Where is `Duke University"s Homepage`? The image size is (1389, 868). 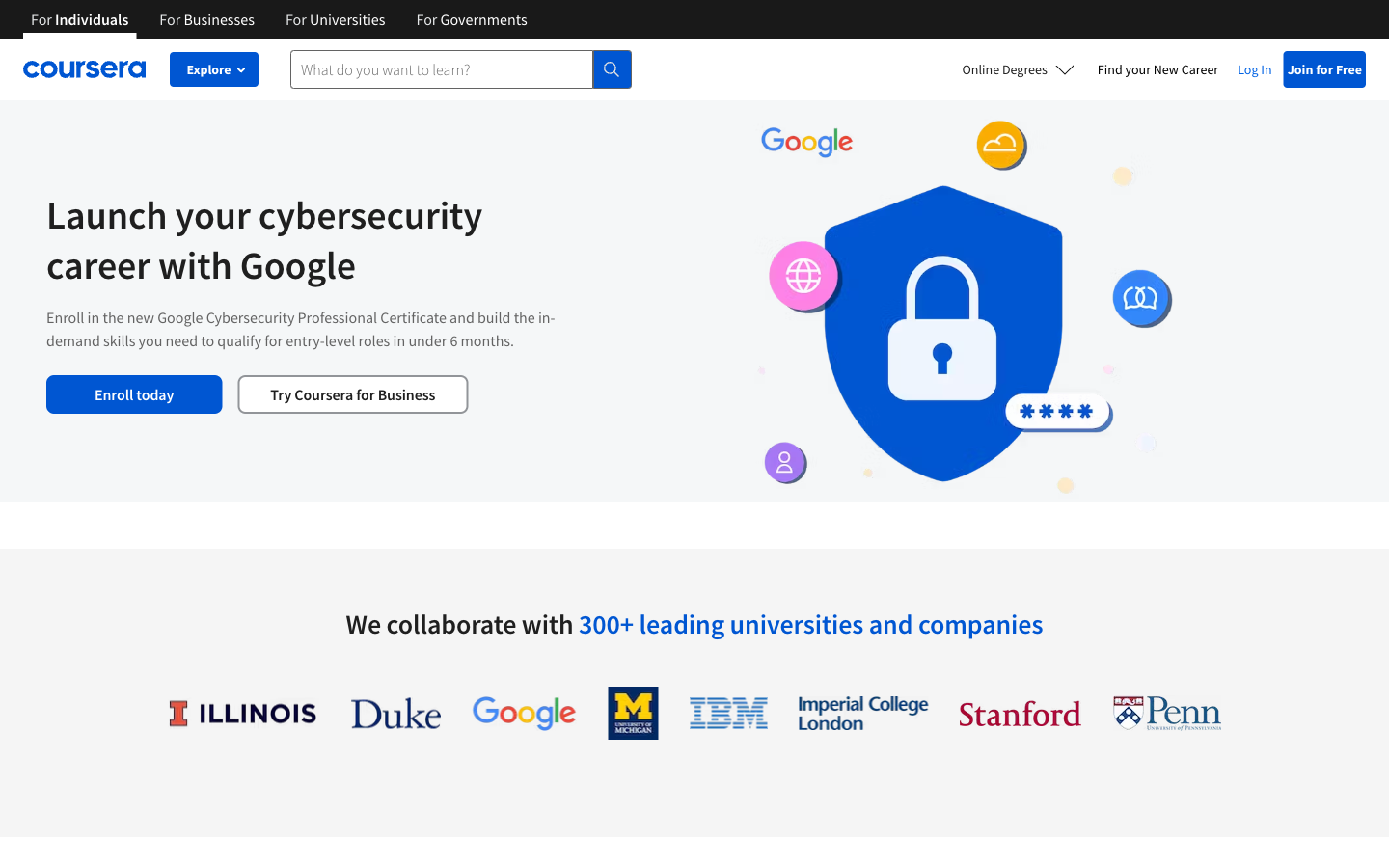 Duke University"s Homepage is located at coordinates (395, 712).